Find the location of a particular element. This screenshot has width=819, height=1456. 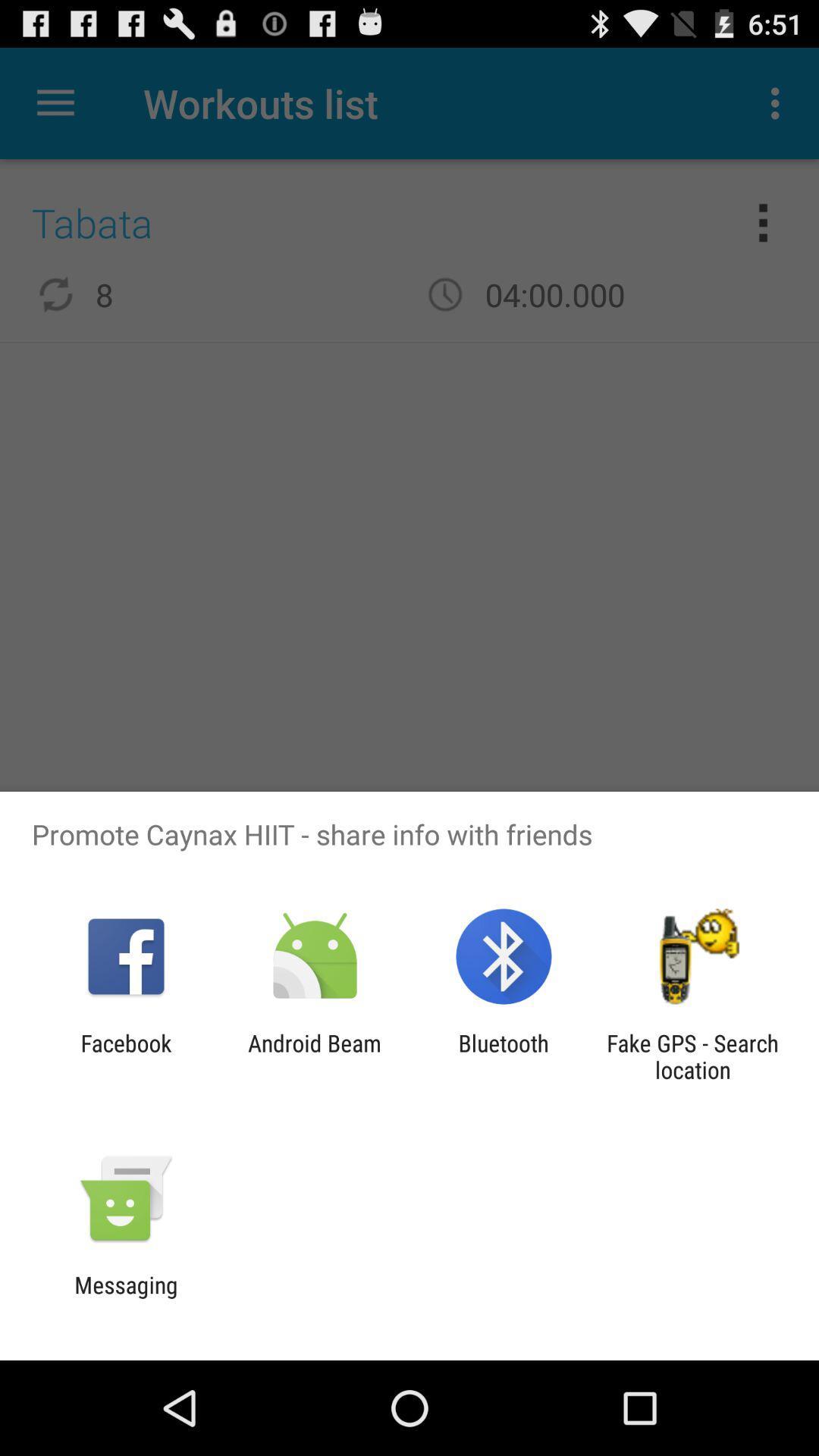

bluetooth icon is located at coordinates (504, 1056).